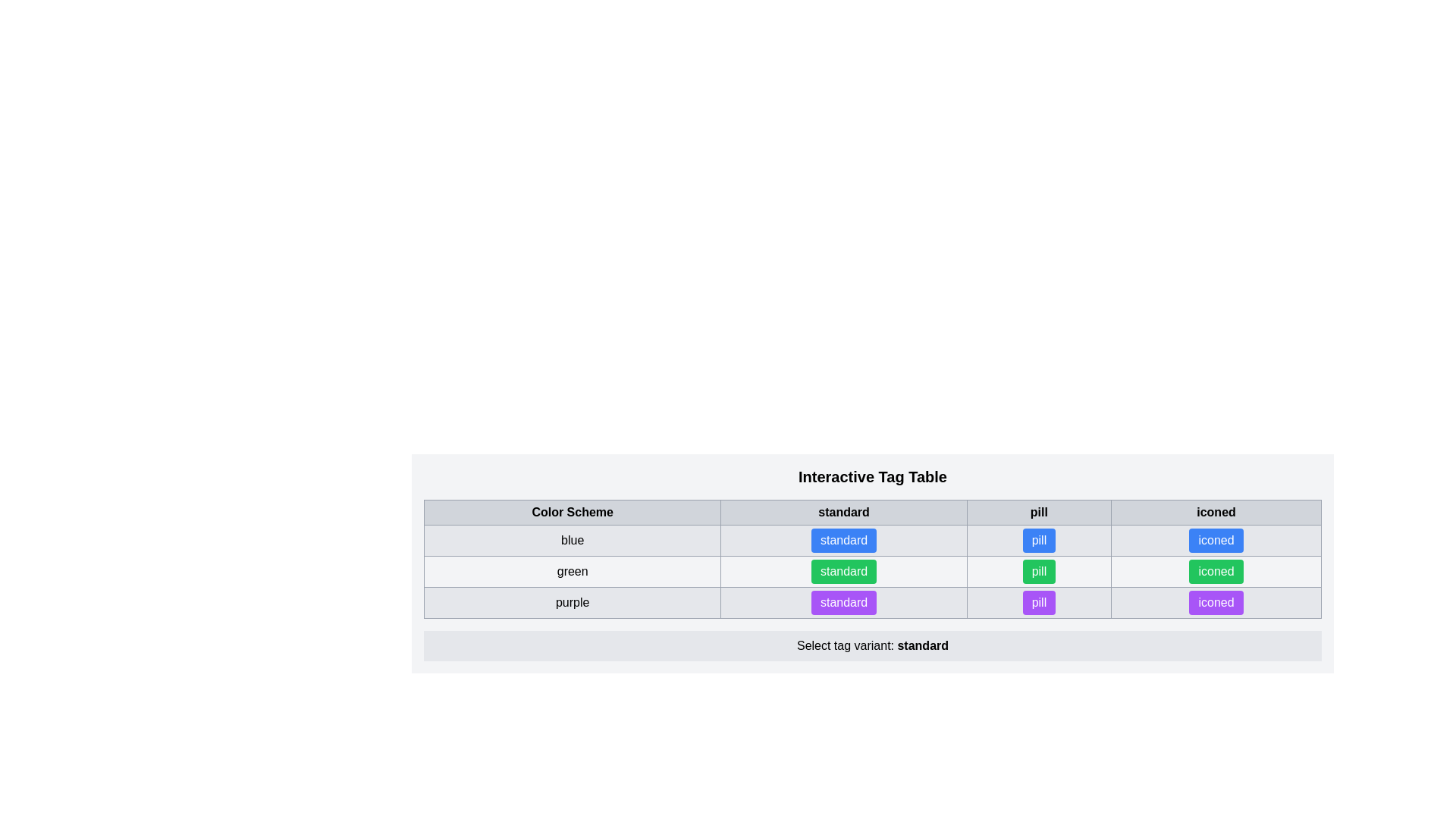 The image size is (1456, 819). What do you see at coordinates (873, 646) in the screenshot?
I see `the text label that contains the phrase 'Select tag variant:' followed by 'standard', which is located below the 'Interactive Tag Table'` at bounding box center [873, 646].